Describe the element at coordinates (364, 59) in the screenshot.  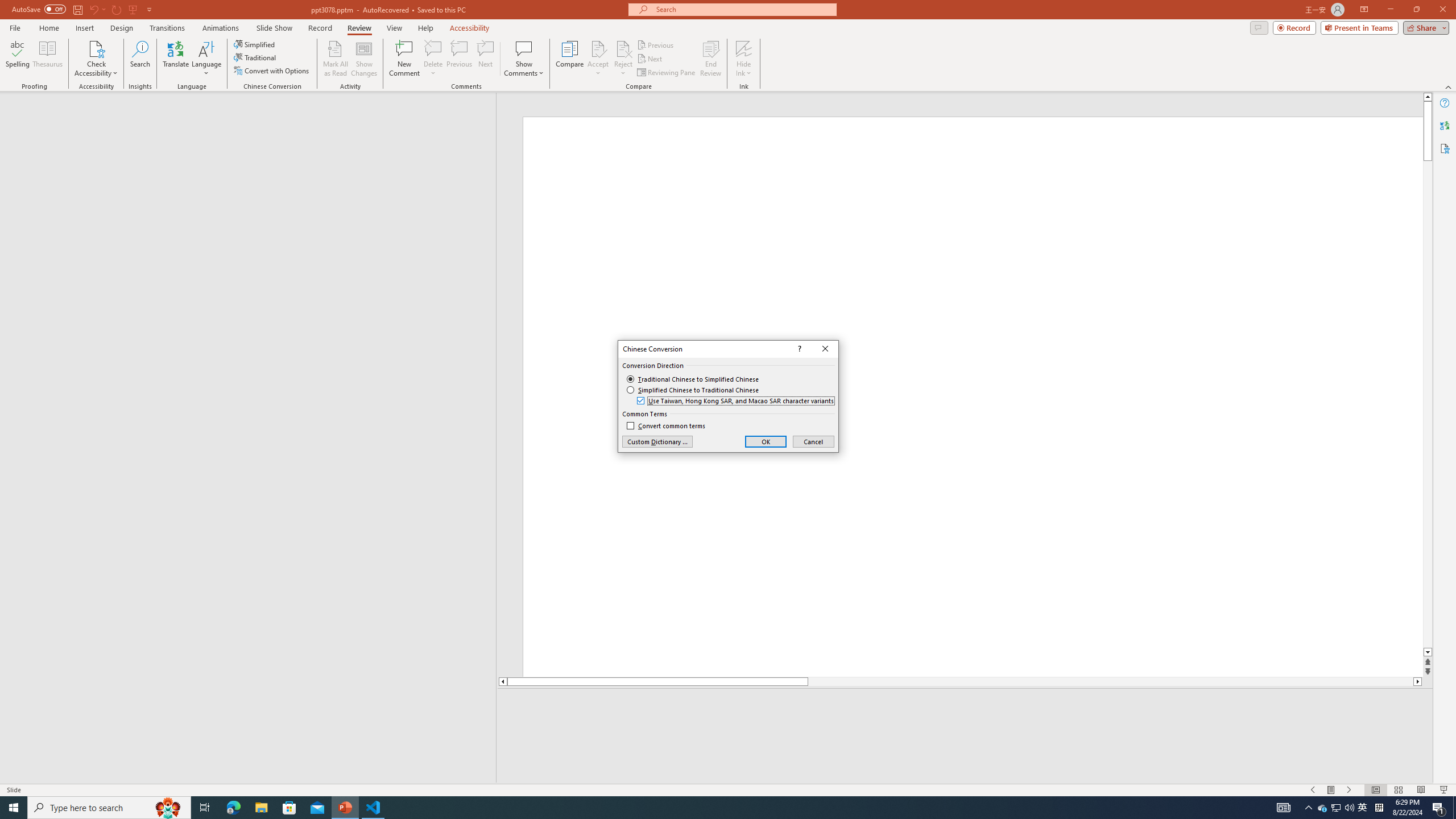
I see `'Show Changes'` at that location.